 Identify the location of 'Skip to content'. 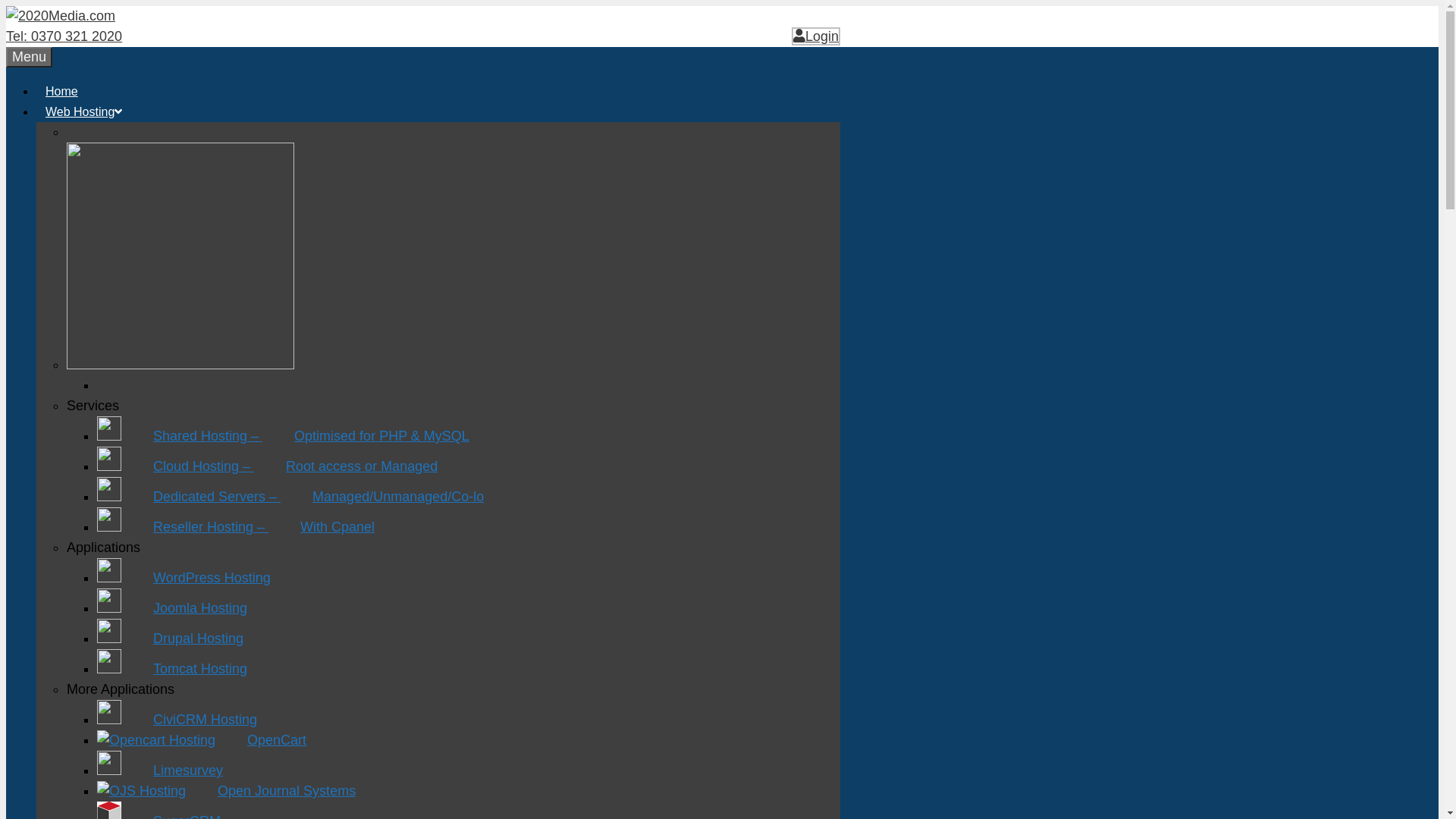
(5, 5).